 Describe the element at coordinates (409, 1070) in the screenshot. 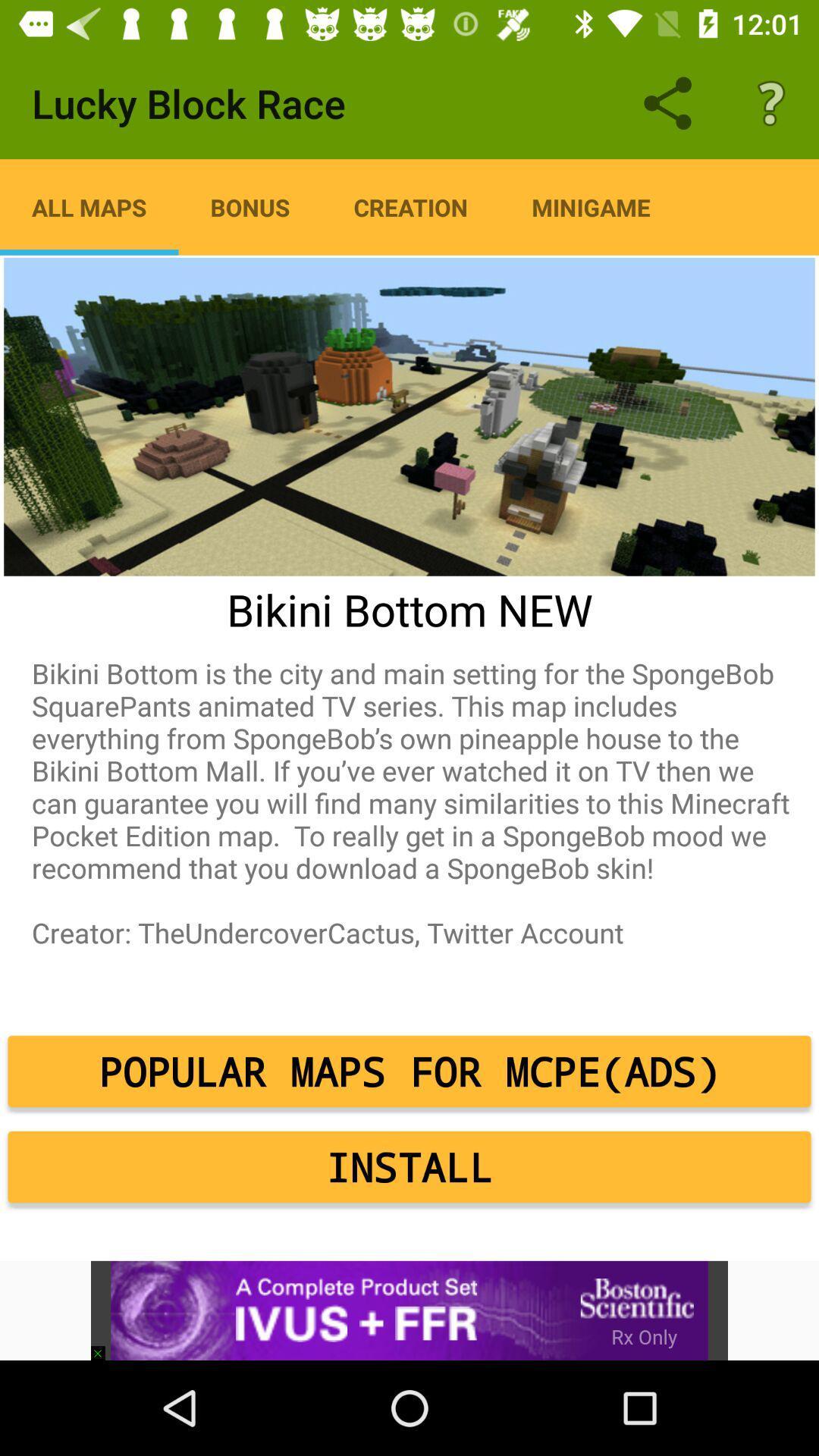

I see `icon below the bikini bottom is` at that location.